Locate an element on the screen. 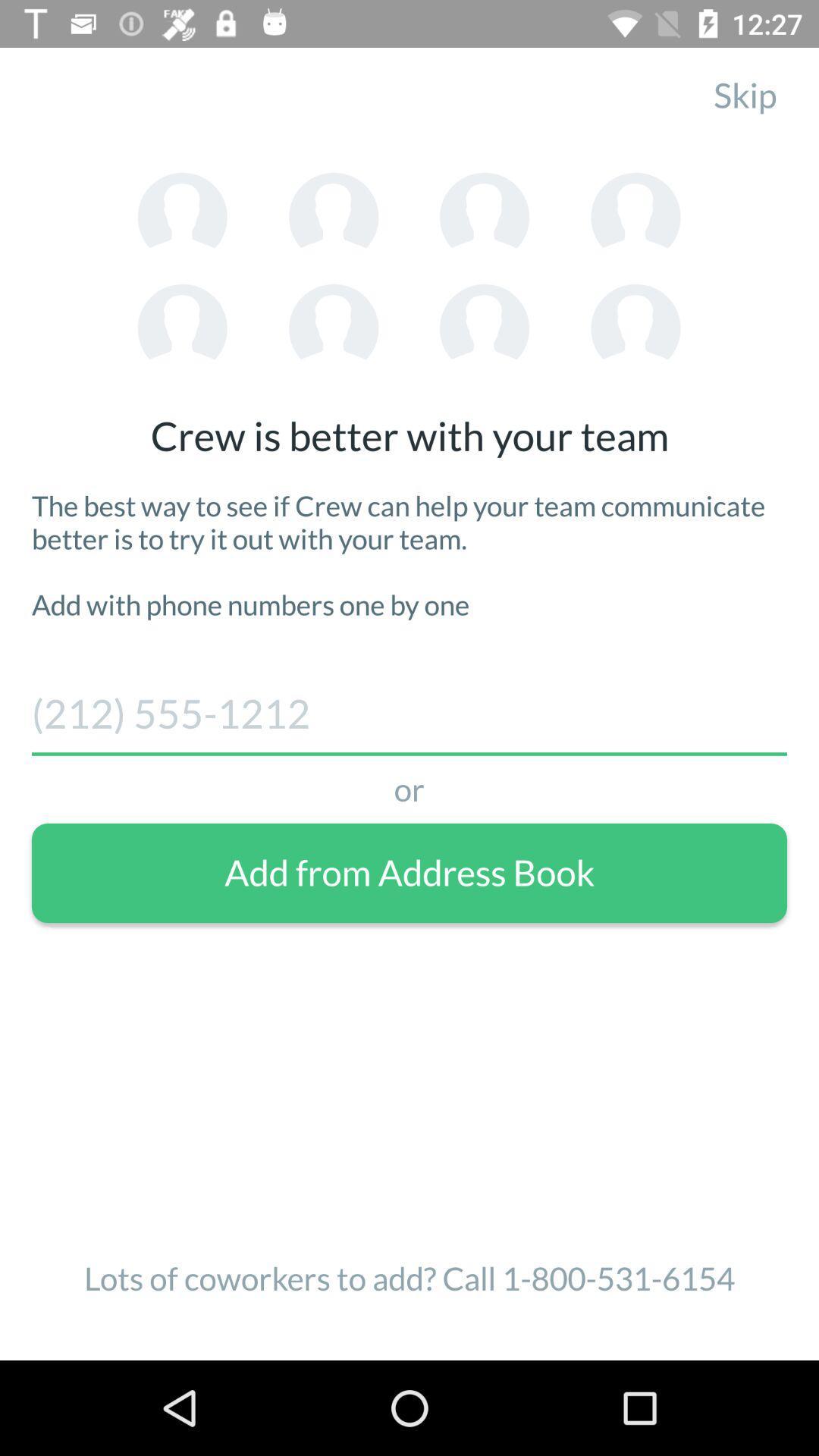 The width and height of the screenshot is (819, 1456). the icon below the or is located at coordinates (409, 873).